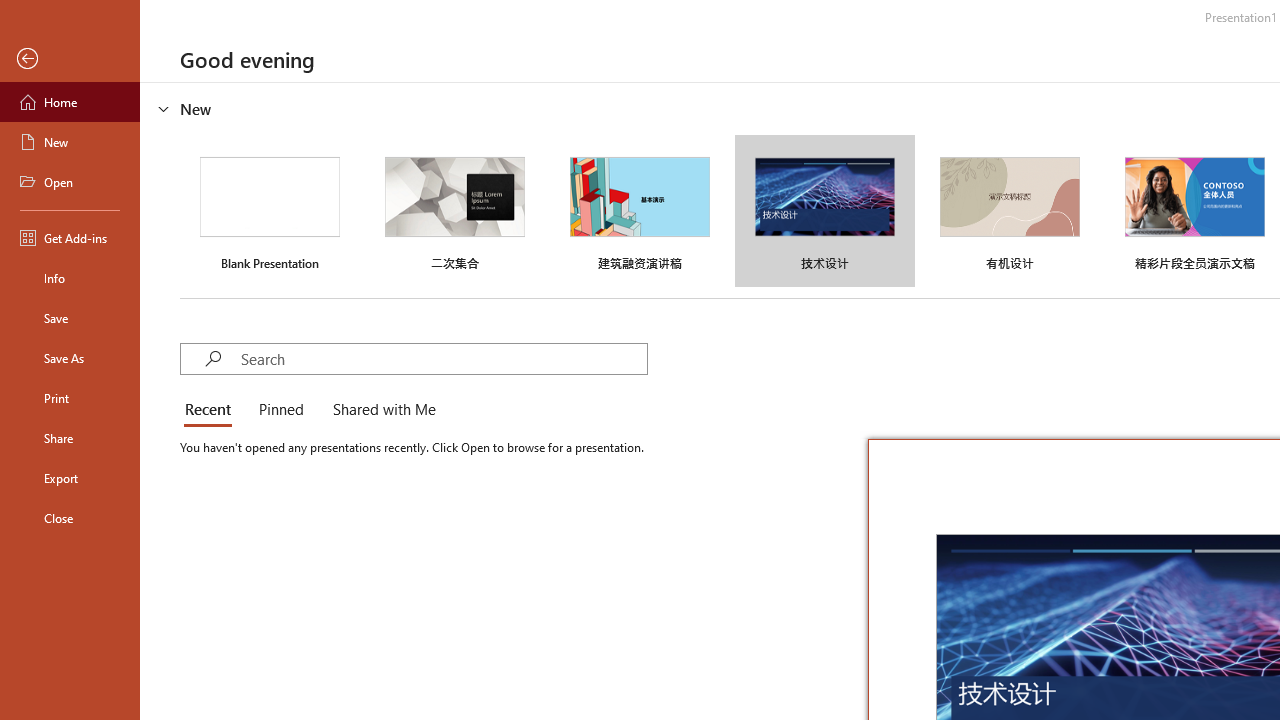 This screenshot has height=720, width=1280. Describe the element at coordinates (269, 211) in the screenshot. I see `'Blank Presentation'` at that location.